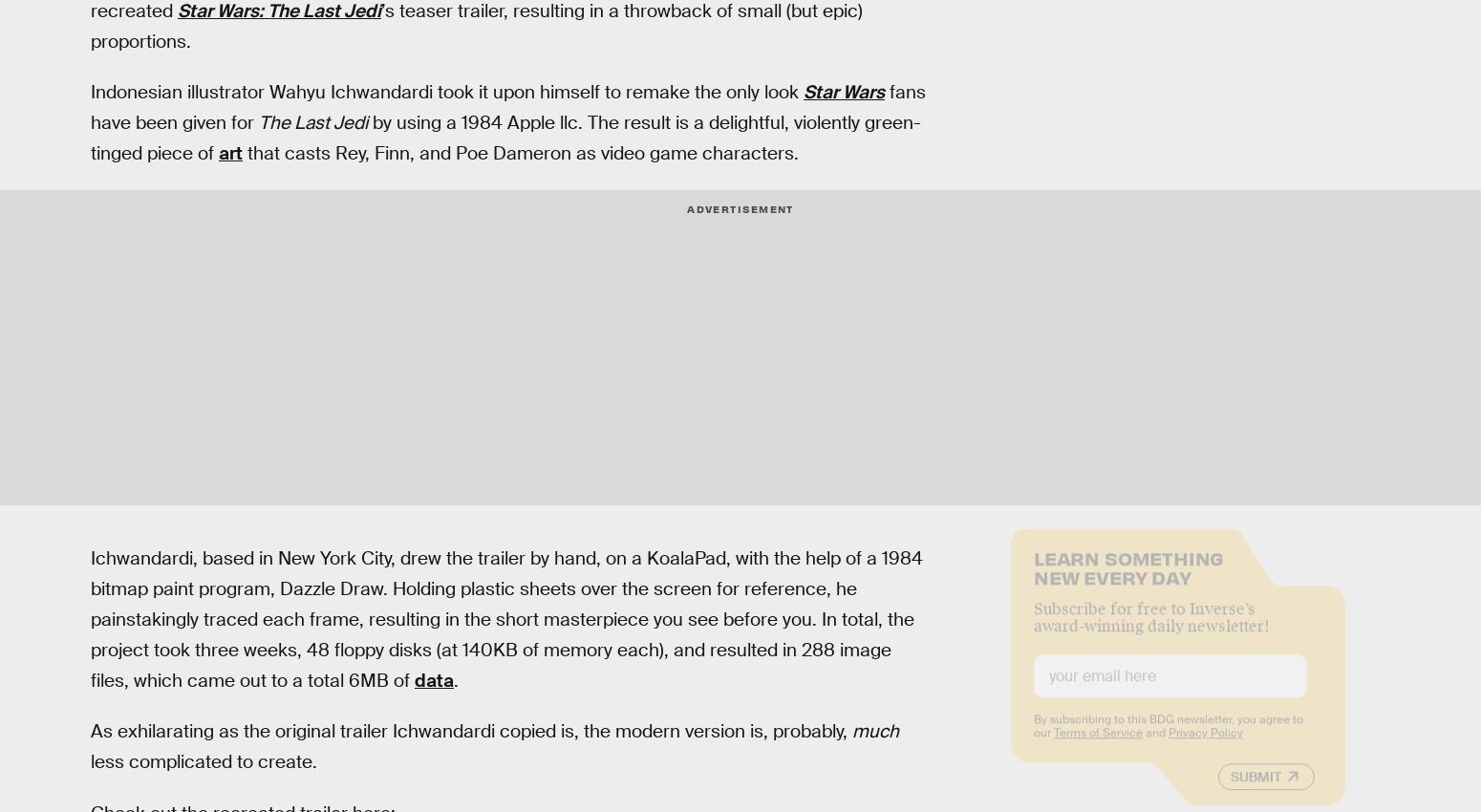 The width and height of the screenshot is (1481, 812). What do you see at coordinates (258, 122) in the screenshot?
I see `'The Last Jedi'` at bounding box center [258, 122].